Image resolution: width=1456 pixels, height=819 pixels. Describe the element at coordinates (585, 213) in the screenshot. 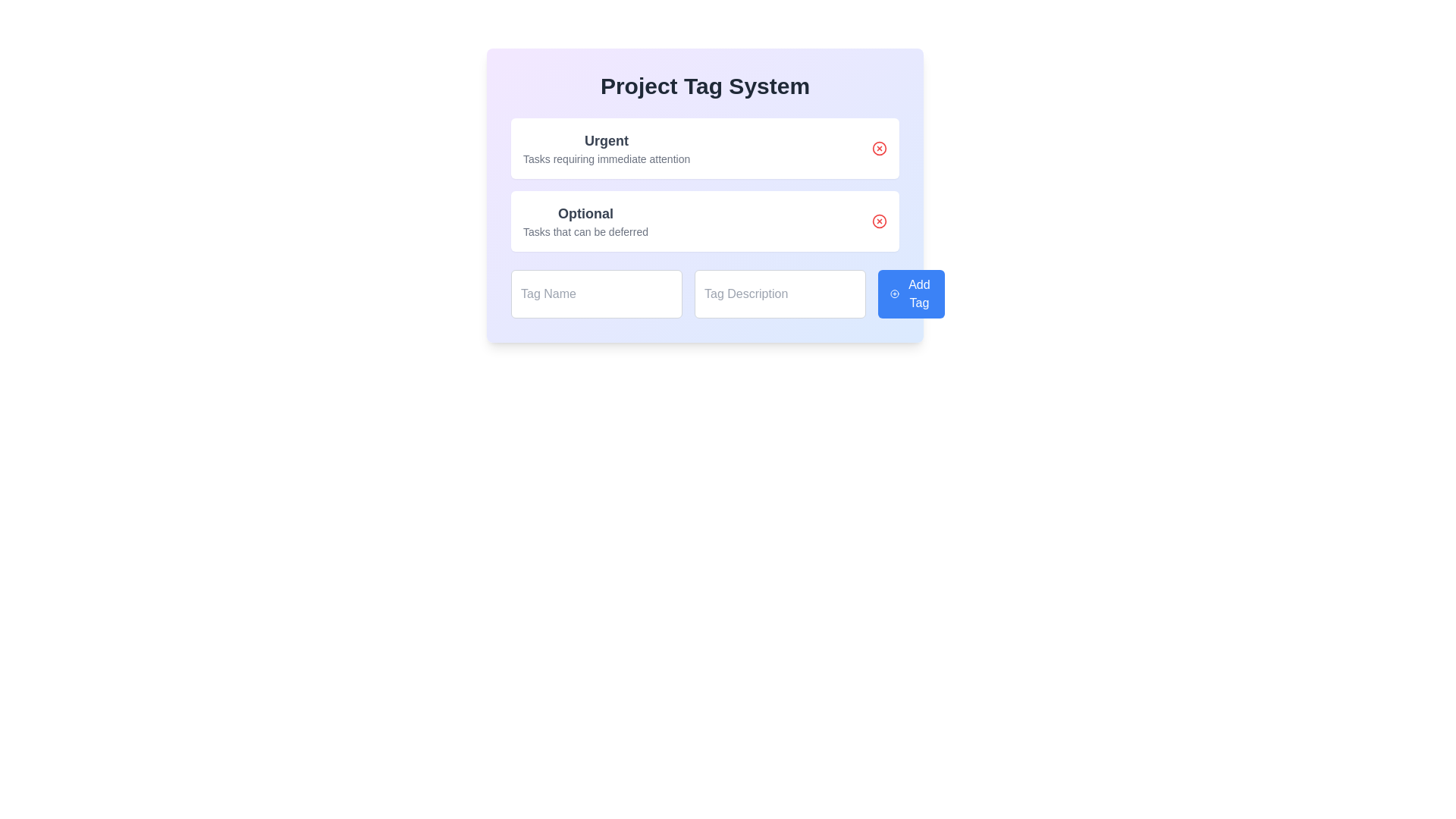

I see `the text label that designates tasks that are not urgent and can be deferred` at that location.